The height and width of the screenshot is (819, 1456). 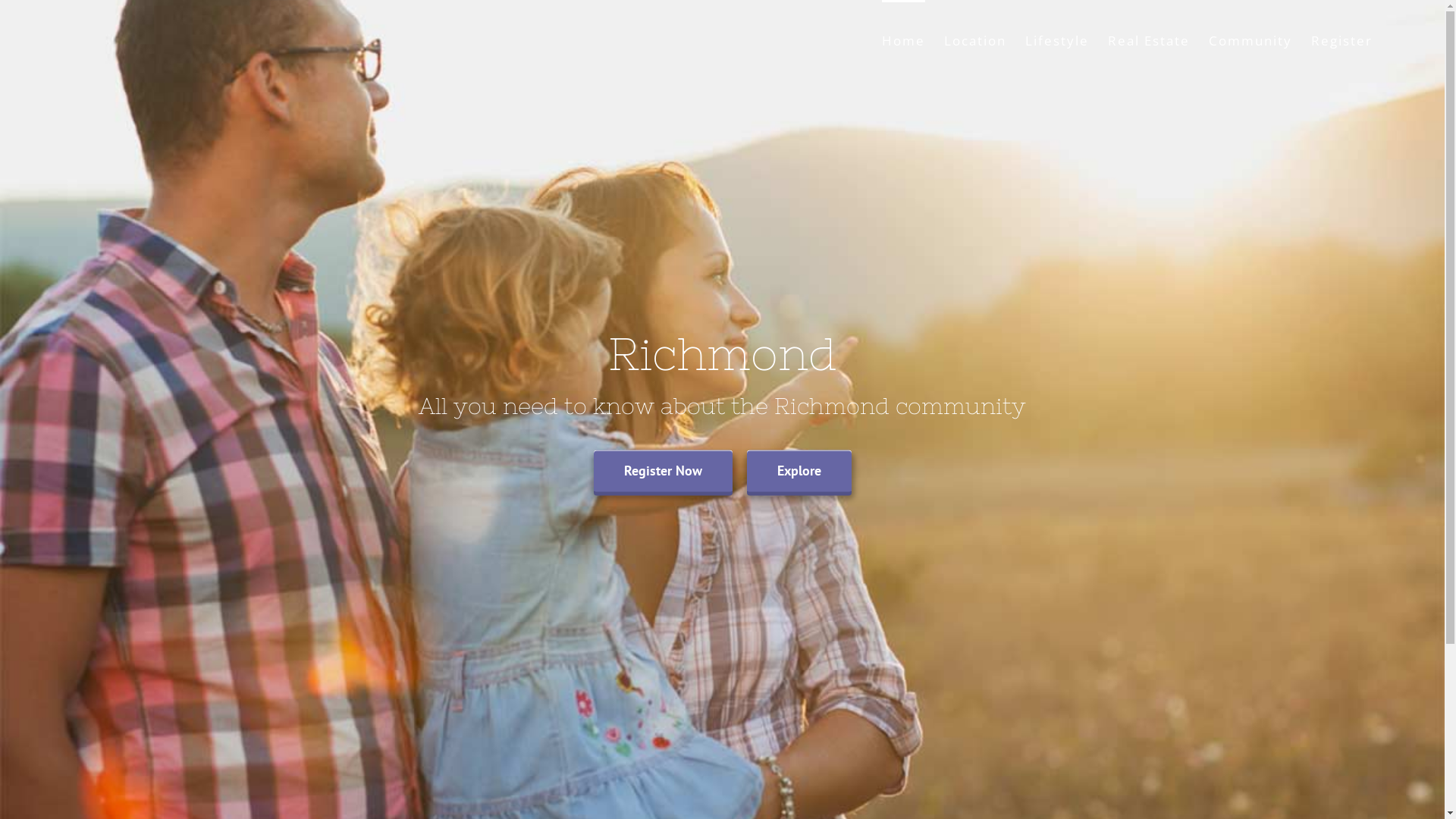 What do you see at coordinates (1341, 38) in the screenshot?
I see `'Register'` at bounding box center [1341, 38].